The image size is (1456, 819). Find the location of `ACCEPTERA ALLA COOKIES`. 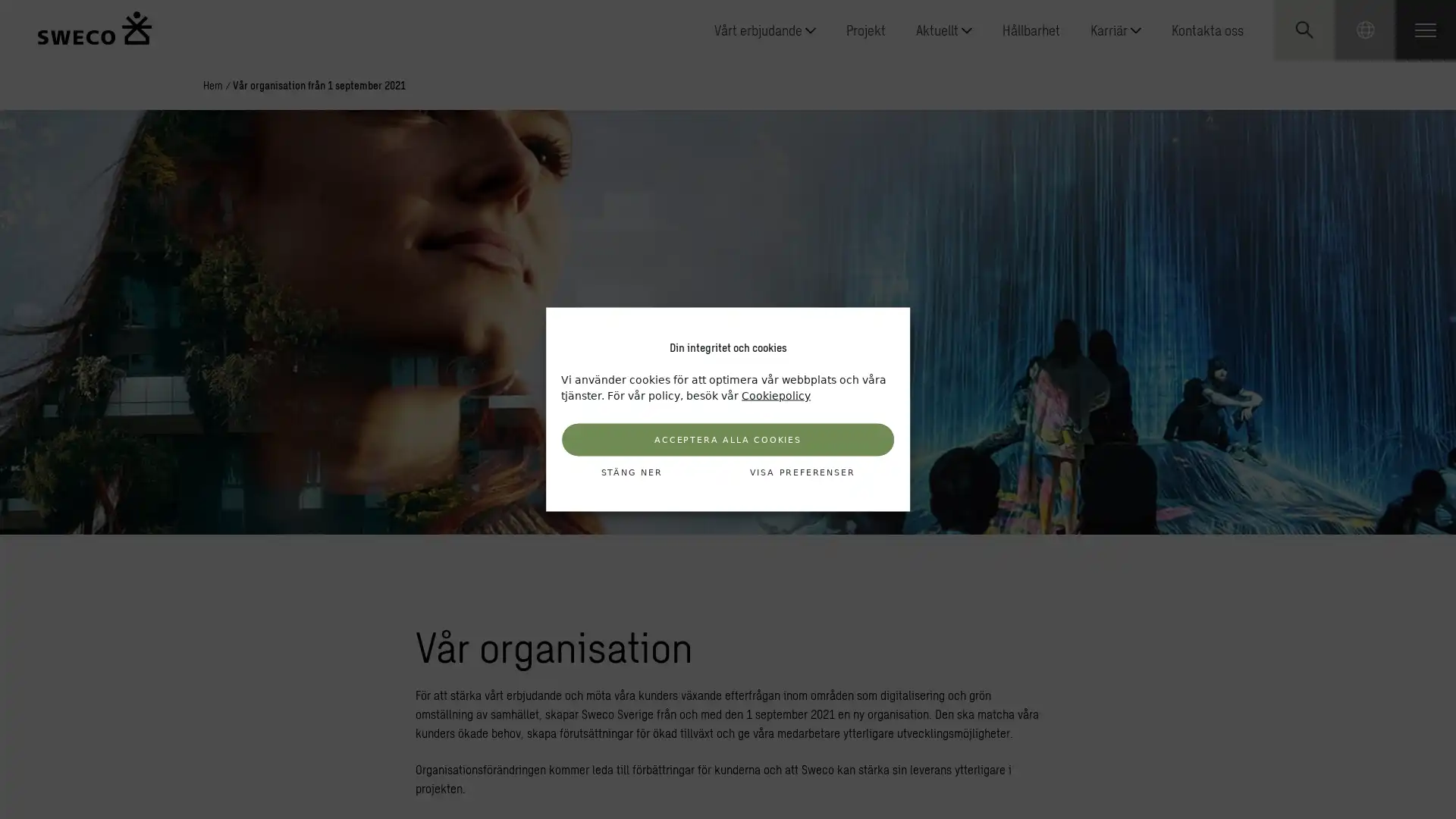

ACCEPTERA ALLA COOKIES is located at coordinates (726, 439).